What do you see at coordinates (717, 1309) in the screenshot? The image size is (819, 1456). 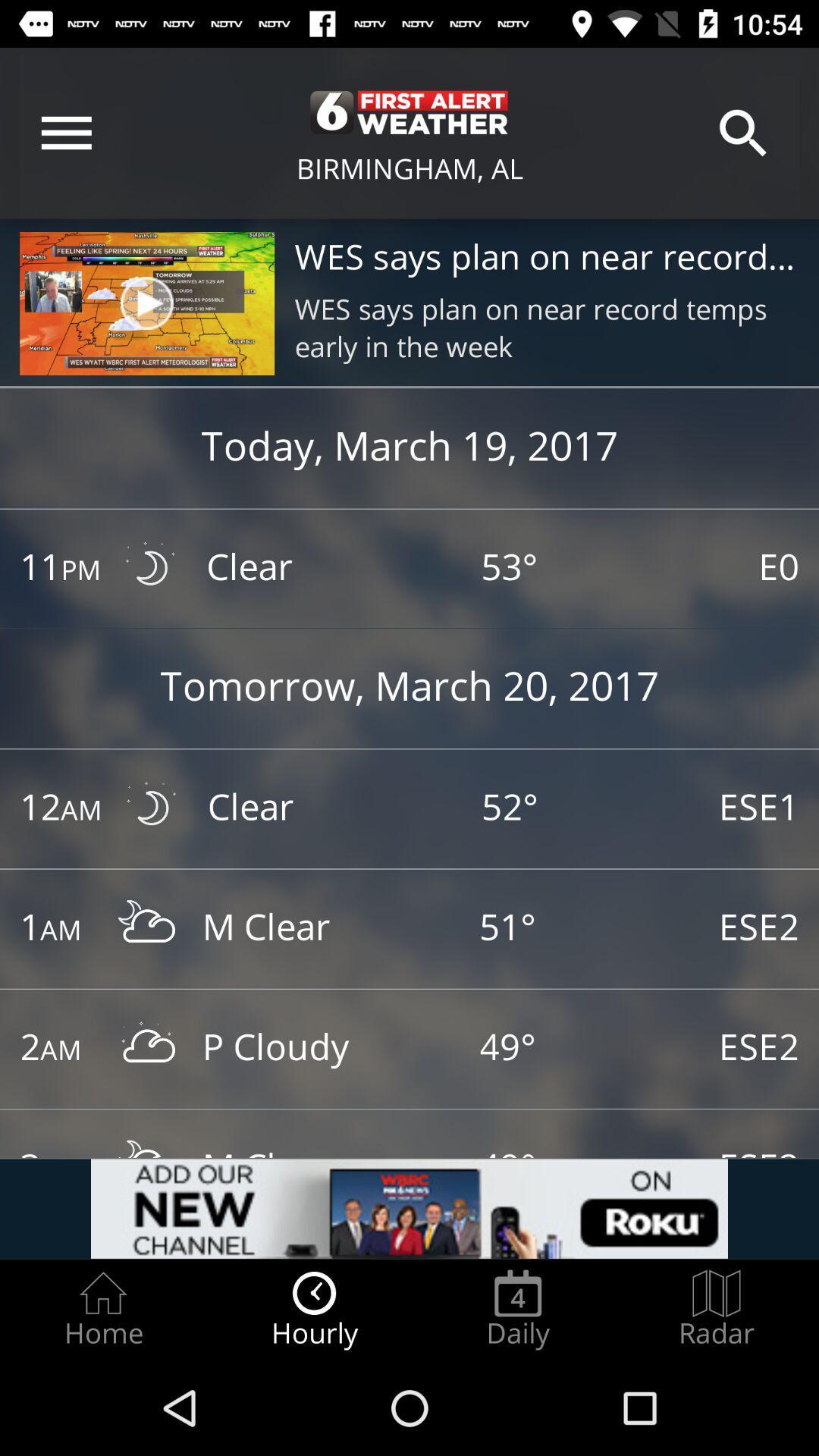 I see `radar item` at bounding box center [717, 1309].